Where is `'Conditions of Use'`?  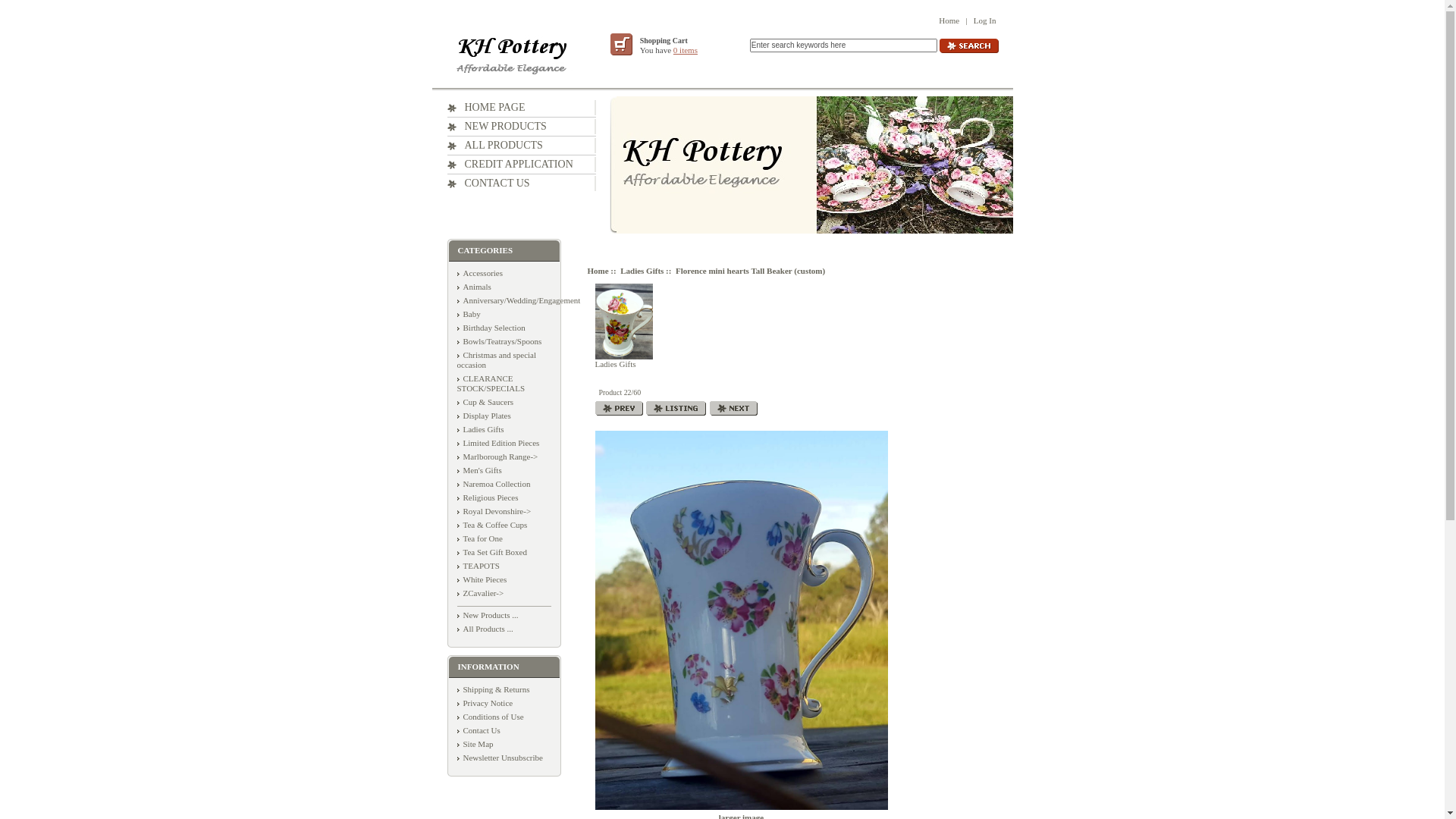
'Conditions of Use' is located at coordinates (490, 717).